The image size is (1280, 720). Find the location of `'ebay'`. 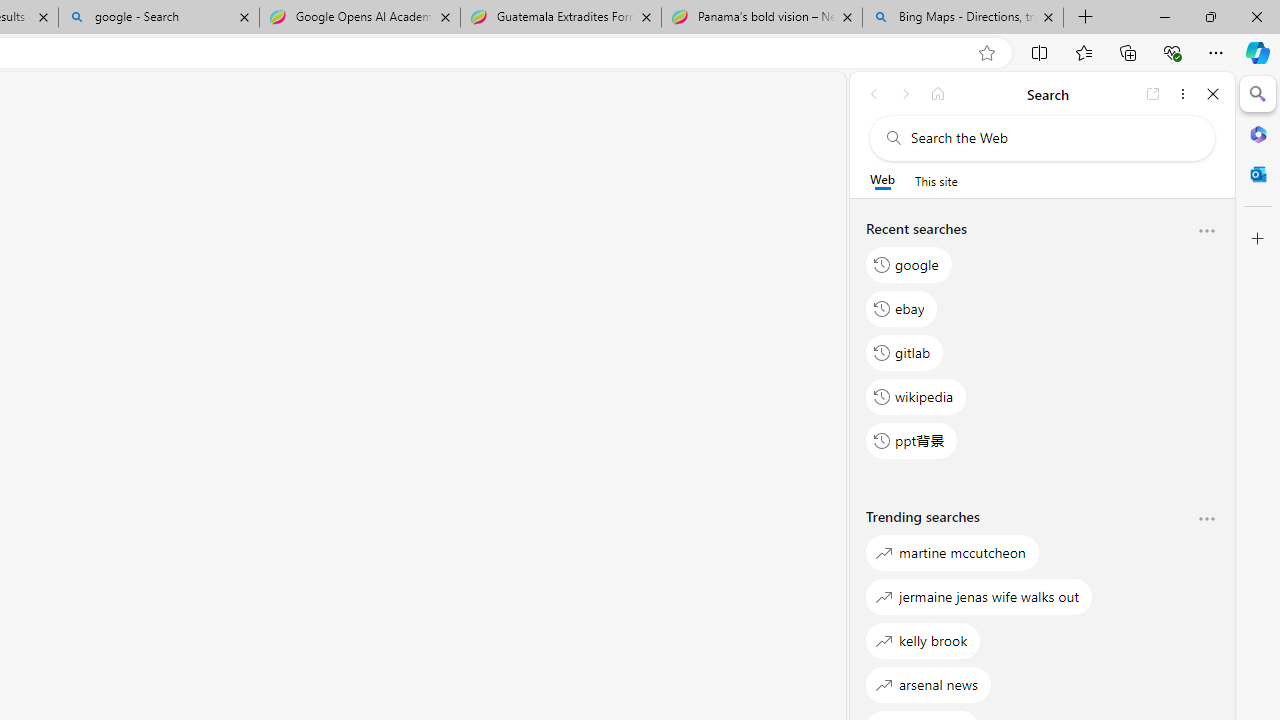

'ebay' is located at coordinates (901, 308).